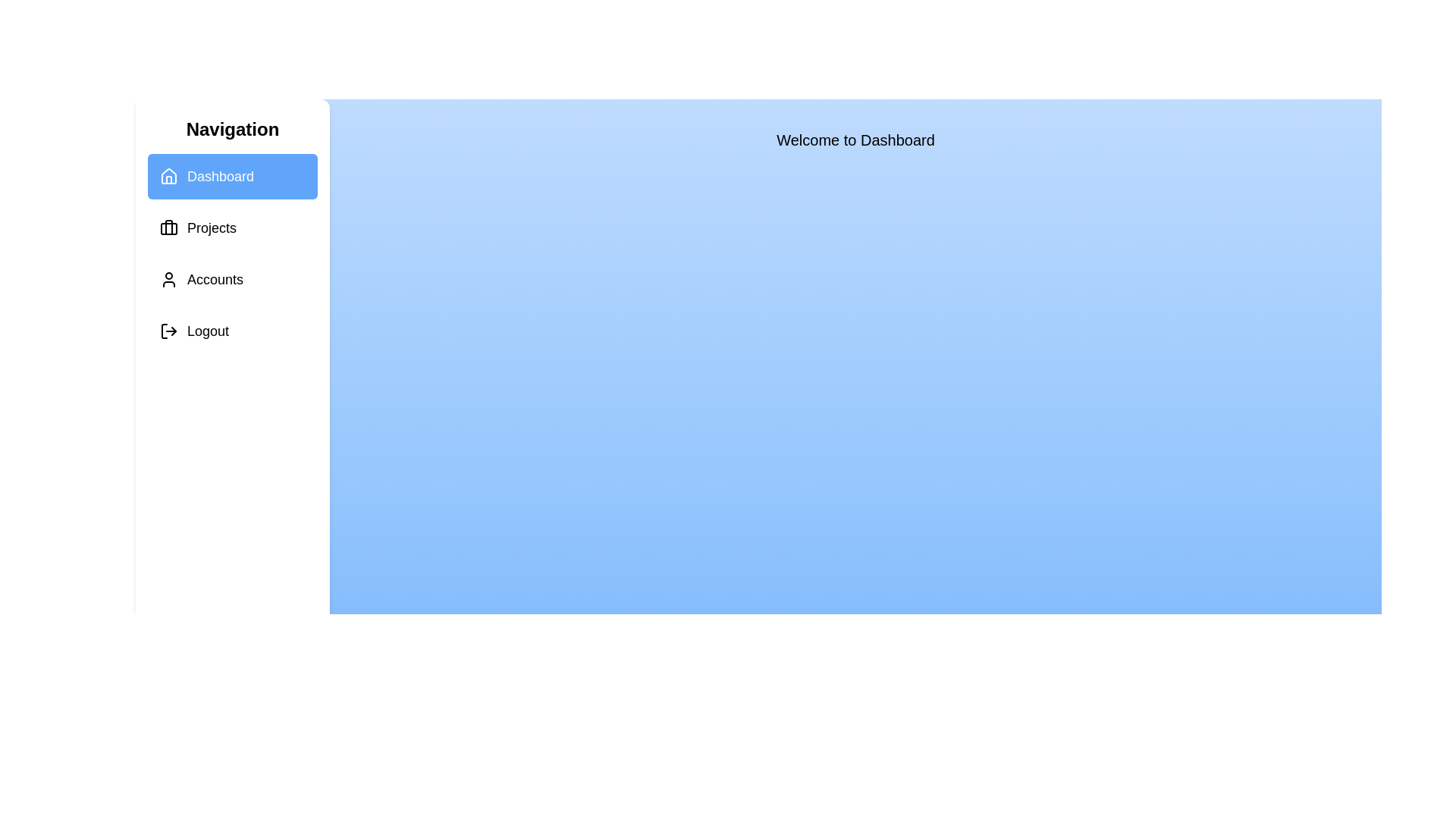  What do you see at coordinates (232, 227) in the screenshot?
I see `the menu item Projects to navigate to the corresponding section` at bounding box center [232, 227].